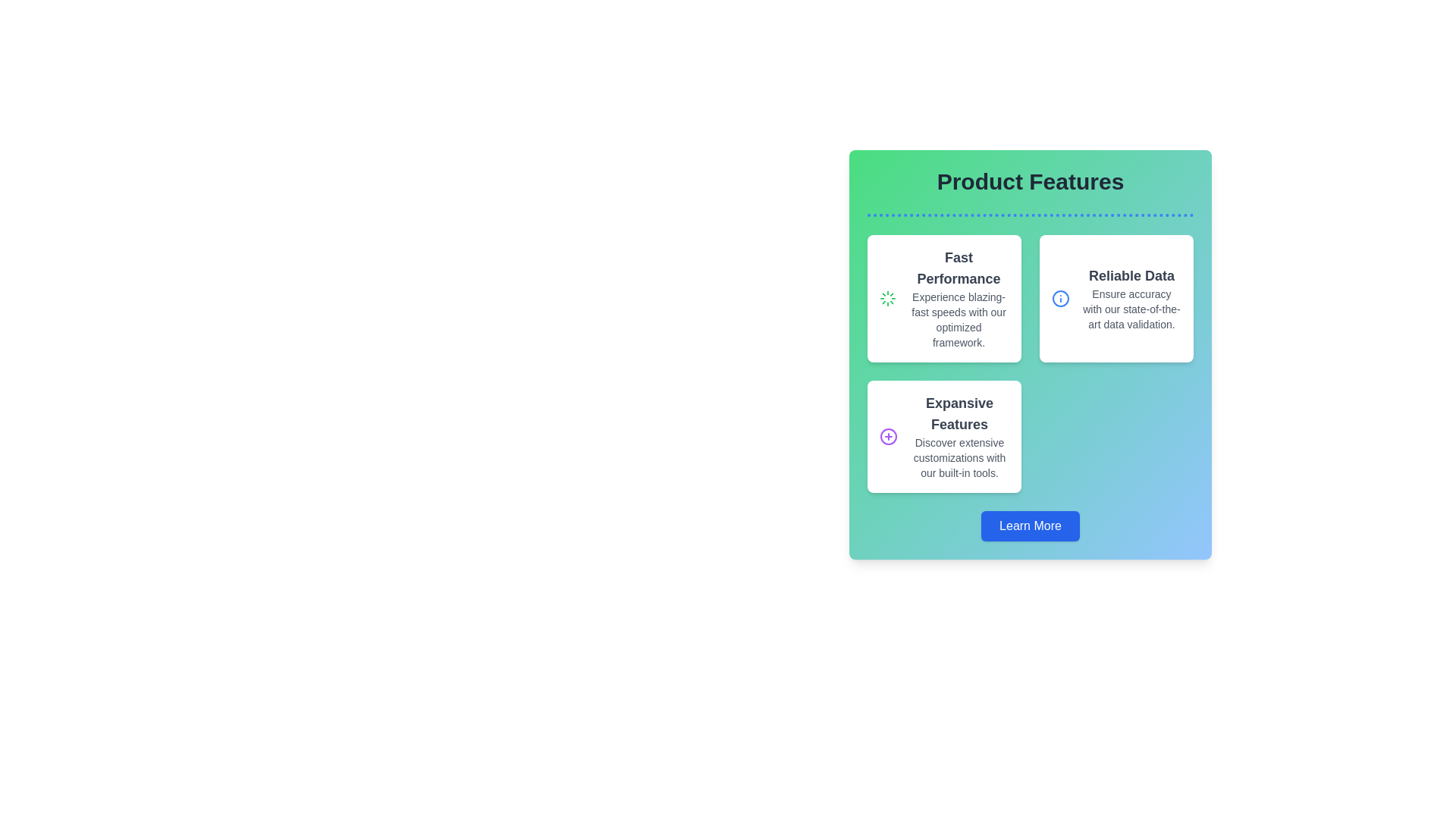  Describe the element at coordinates (959, 436) in the screenshot. I see `textual content of the text block which includes the heading 'Expansive Features' and the description 'Discover extensive customizations with our built-in tools.' located in the bottom left corner of the third card under 'Product Features'` at that location.